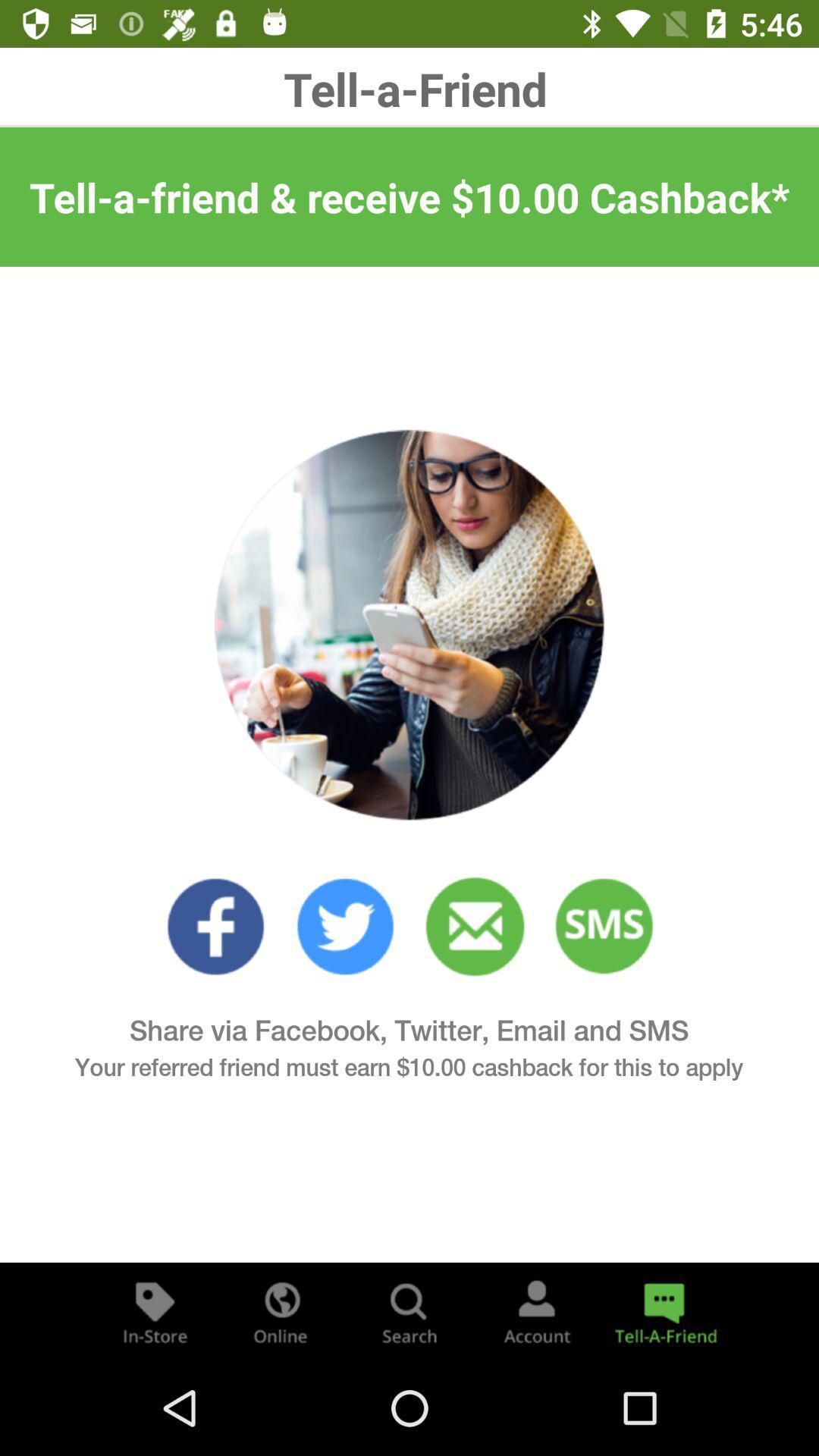 The image size is (819, 1456). I want to click on twitter link, so click(345, 926).